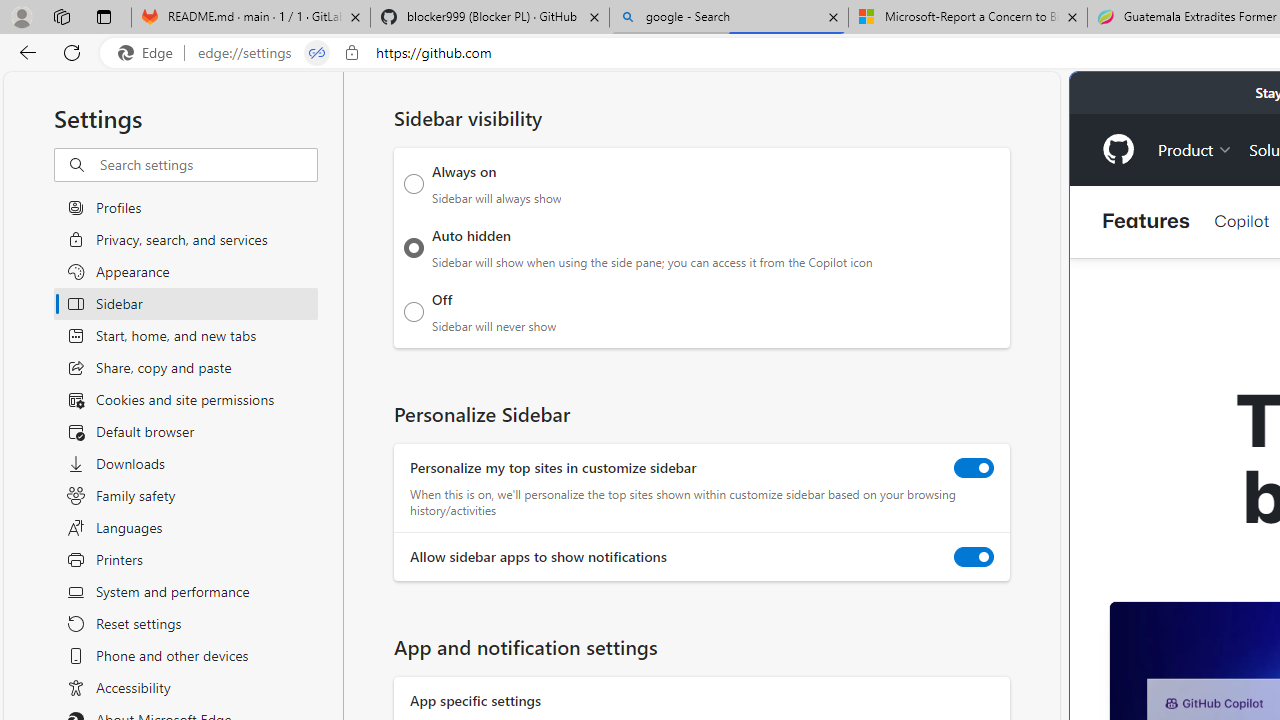 This screenshot has width=1280, height=720. I want to click on 'Product', so click(1195, 148).